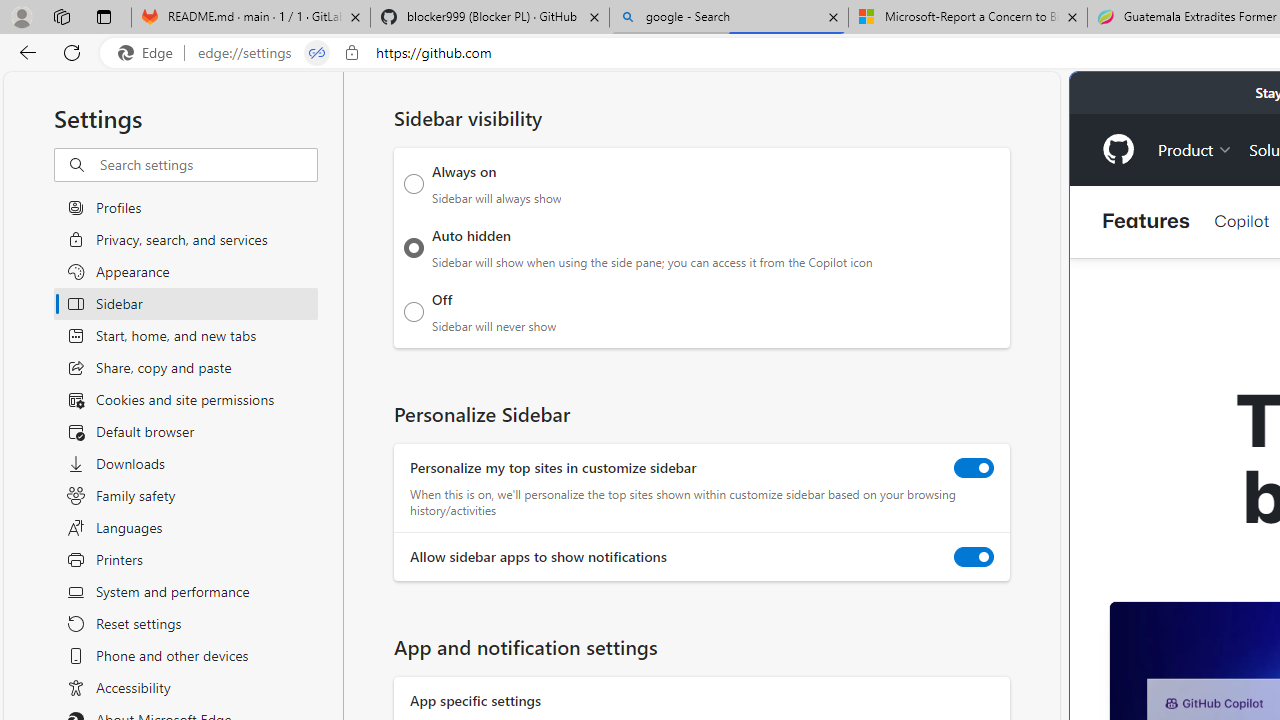 This screenshot has width=1280, height=720. I want to click on 'Product', so click(1195, 148).